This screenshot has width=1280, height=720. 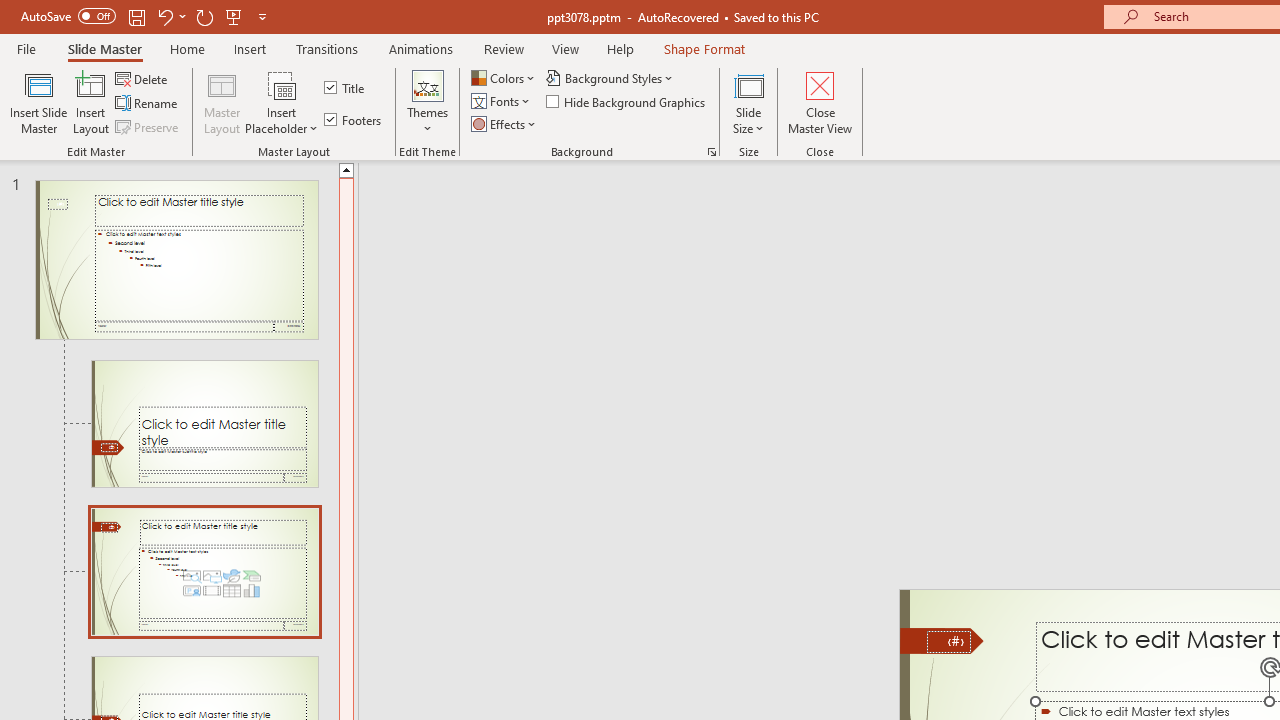 What do you see at coordinates (820, 103) in the screenshot?
I see `'Close Master View'` at bounding box center [820, 103].